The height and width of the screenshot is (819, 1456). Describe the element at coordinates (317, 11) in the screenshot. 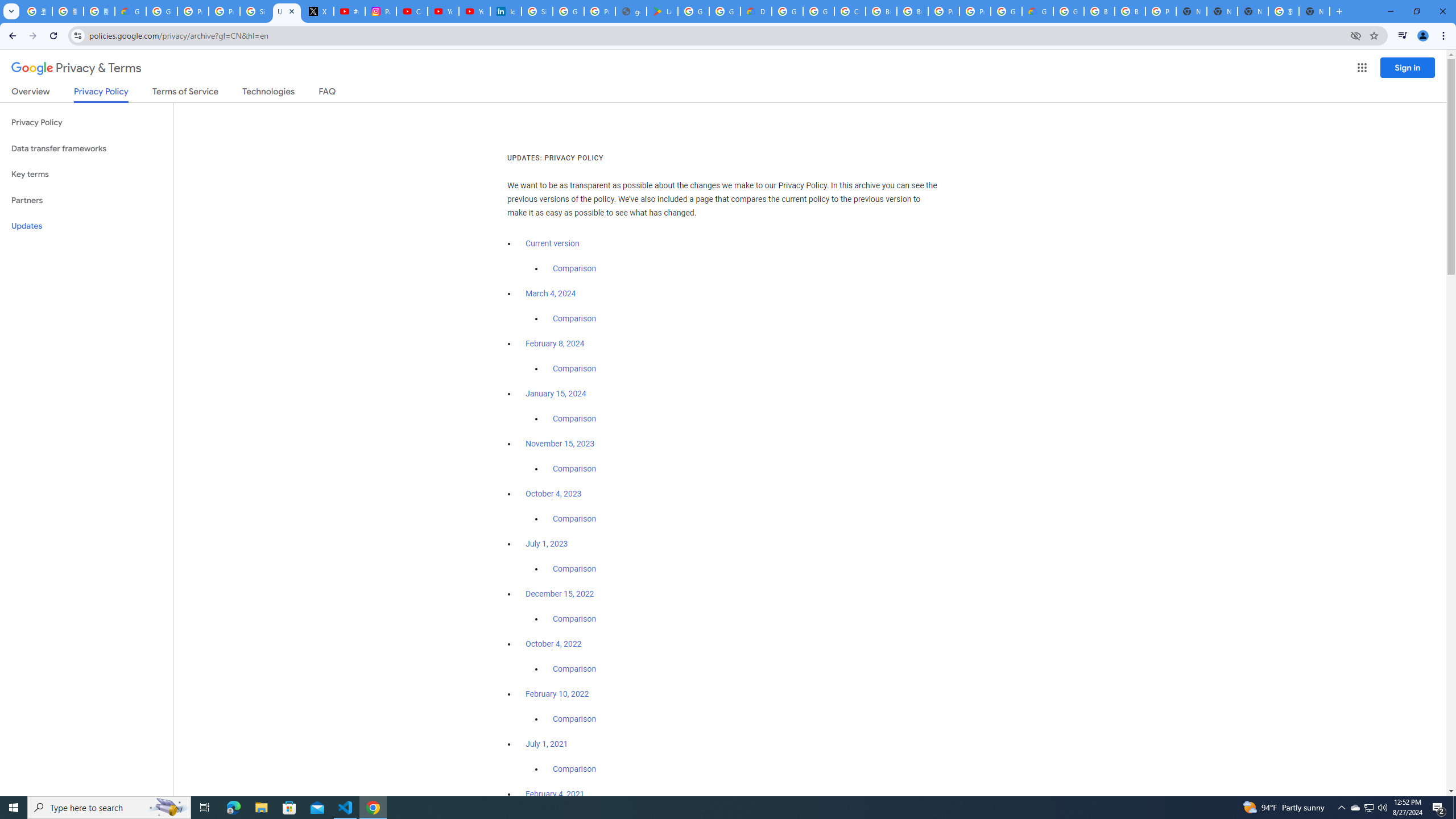

I see `'X'` at that location.